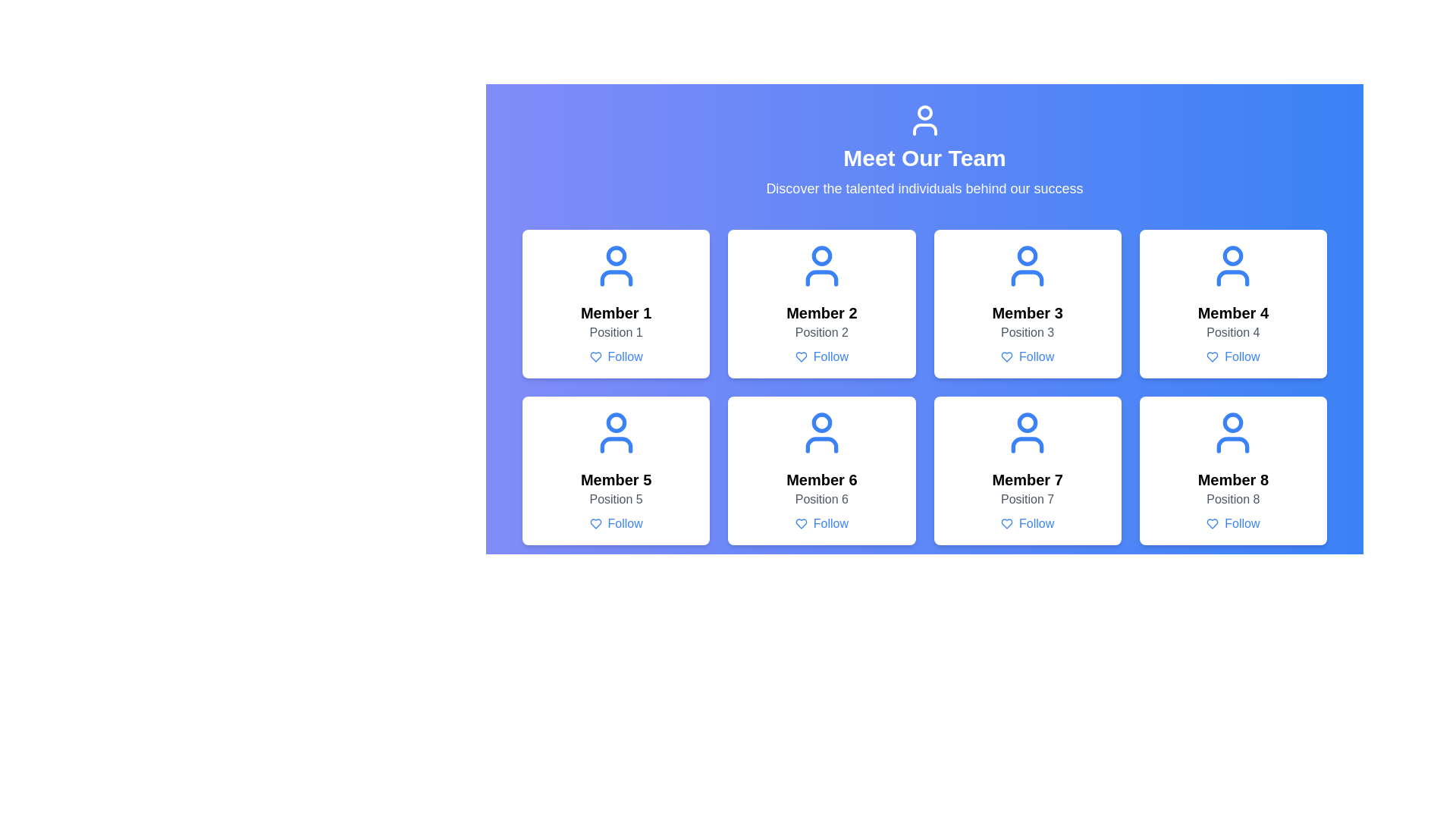  What do you see at coordinates (821, 332) in the screenshot?
I see `the static text label displaying 'Position 2' which is located within the card labeled 'Member 2' in the team member grid, positioned above the 'Follow' button` at bounding box center [821, 332].